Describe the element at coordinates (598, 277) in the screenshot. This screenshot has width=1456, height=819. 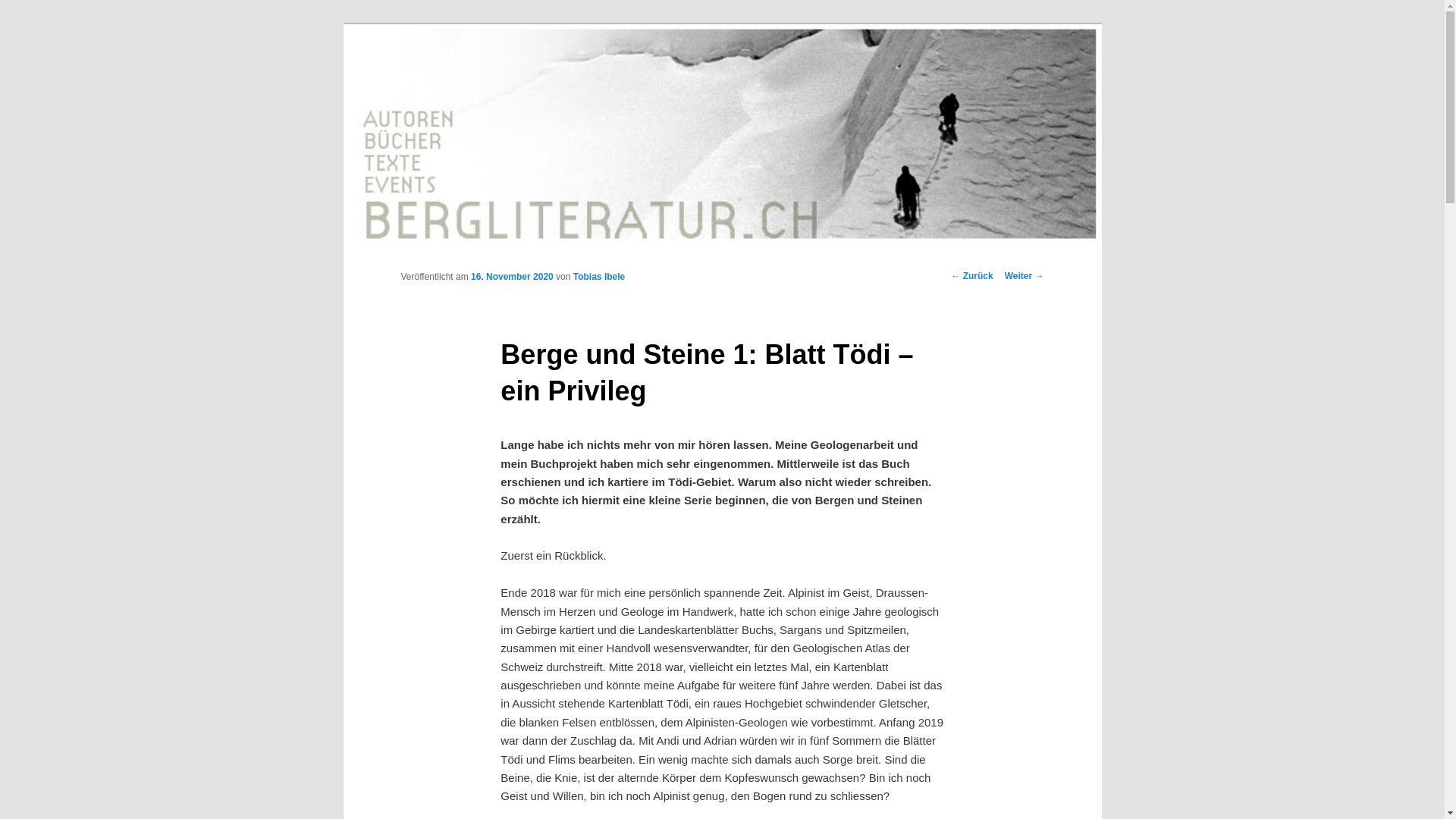
I see `'Tobias Ibele'` at that location.